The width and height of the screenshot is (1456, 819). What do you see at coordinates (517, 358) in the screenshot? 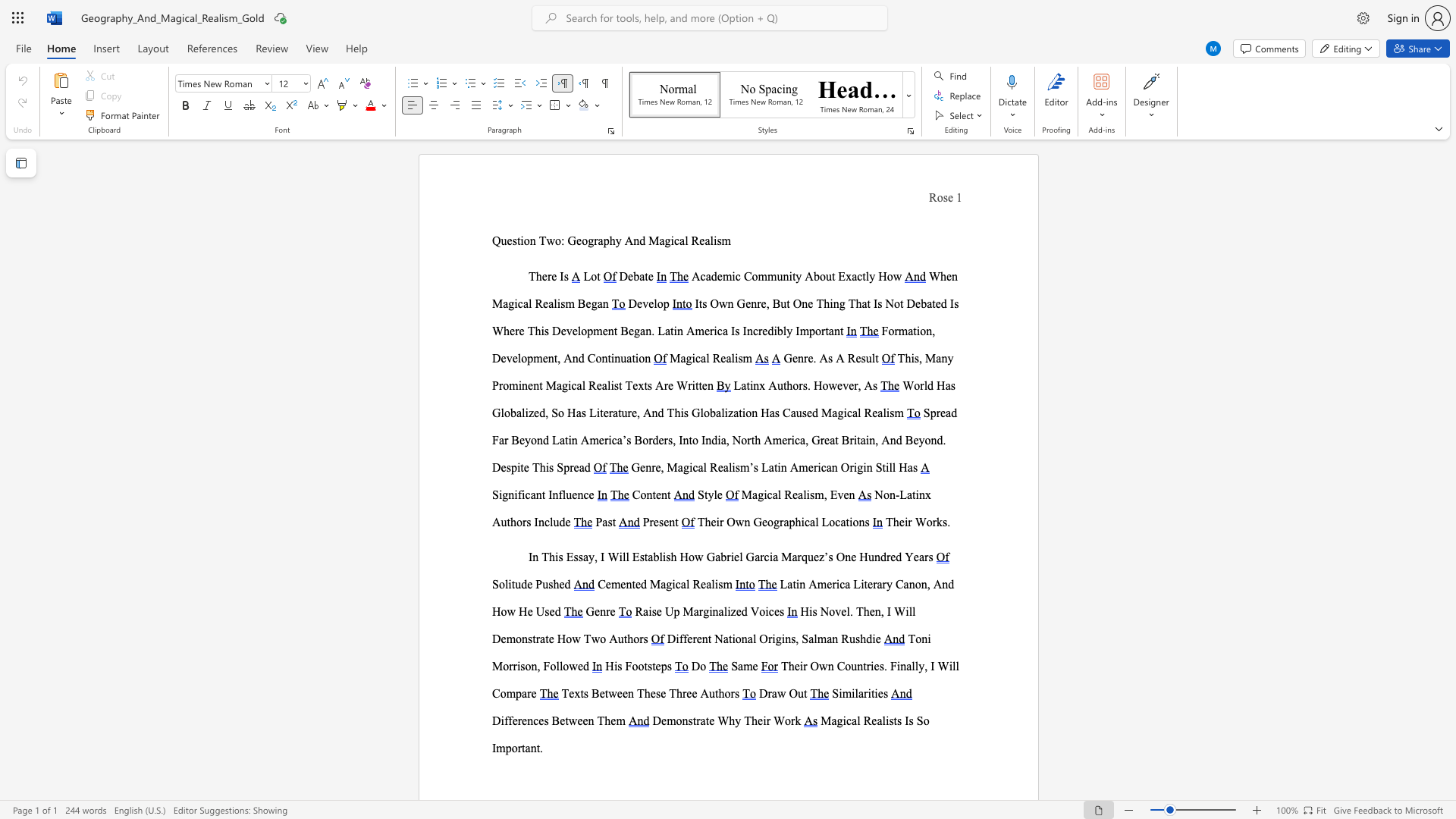
I see `the subset text "lop" within the text "Formation, Development, And Continuation"` at bounding box center [517, 358].